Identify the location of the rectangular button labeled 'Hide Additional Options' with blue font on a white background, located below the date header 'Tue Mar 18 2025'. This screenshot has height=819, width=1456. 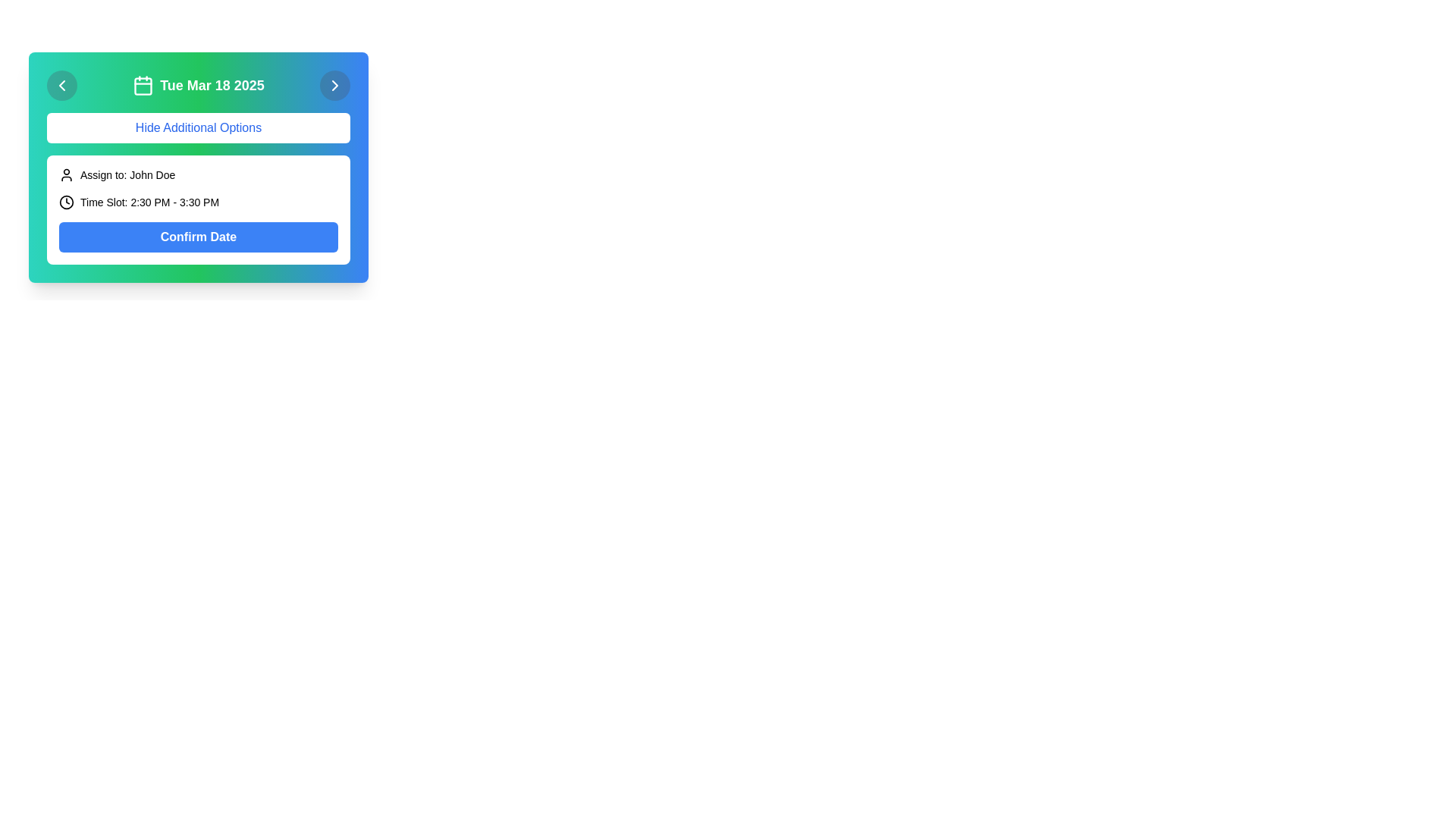
(198, 127).